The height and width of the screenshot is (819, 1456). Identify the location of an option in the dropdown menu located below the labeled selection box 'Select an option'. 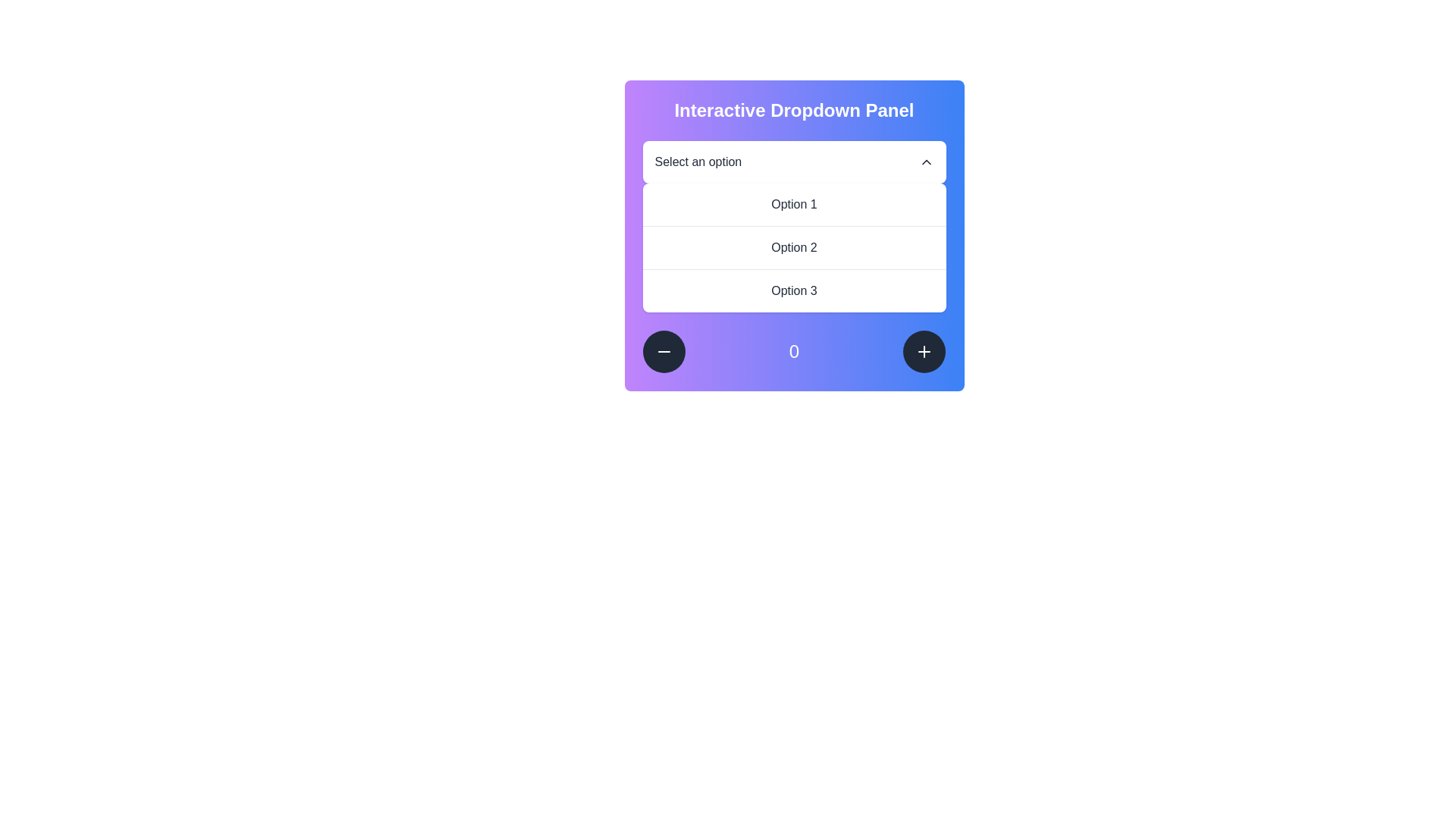
(793, 247).